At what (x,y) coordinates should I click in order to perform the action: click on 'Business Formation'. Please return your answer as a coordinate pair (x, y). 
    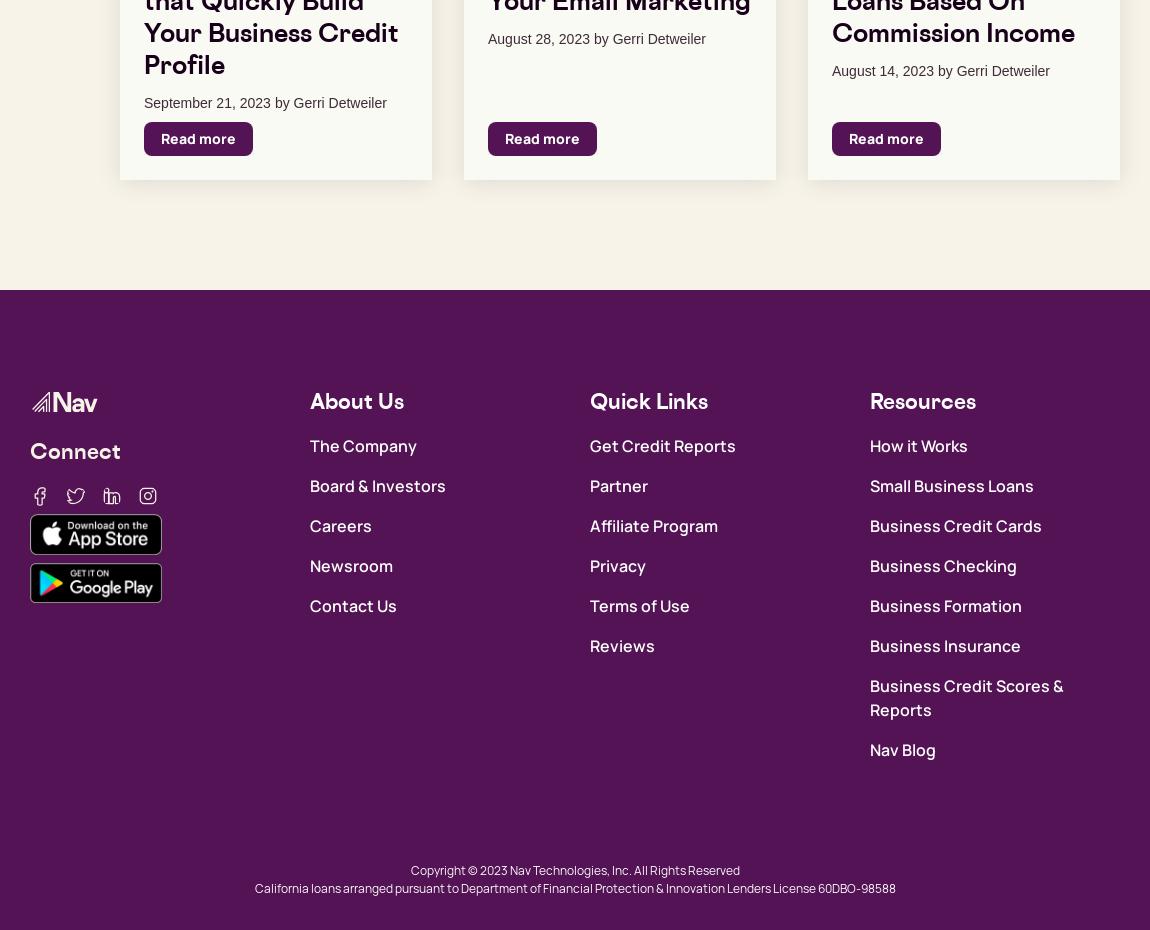
    Looking at the image, I should click on (945, 605).